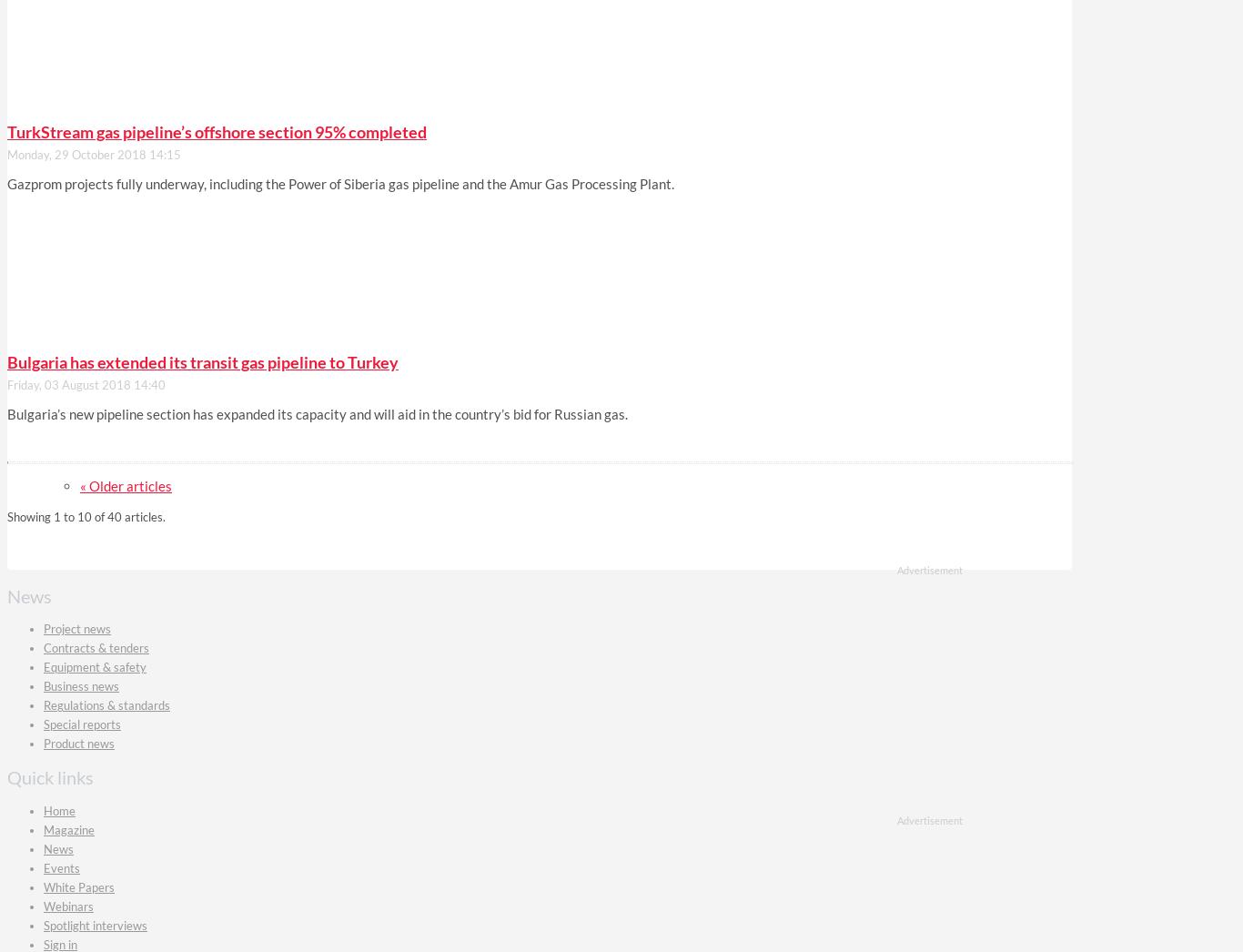 This screenshot has width=1243, height=952. I want to click on 'Product news', so click(79, 744).